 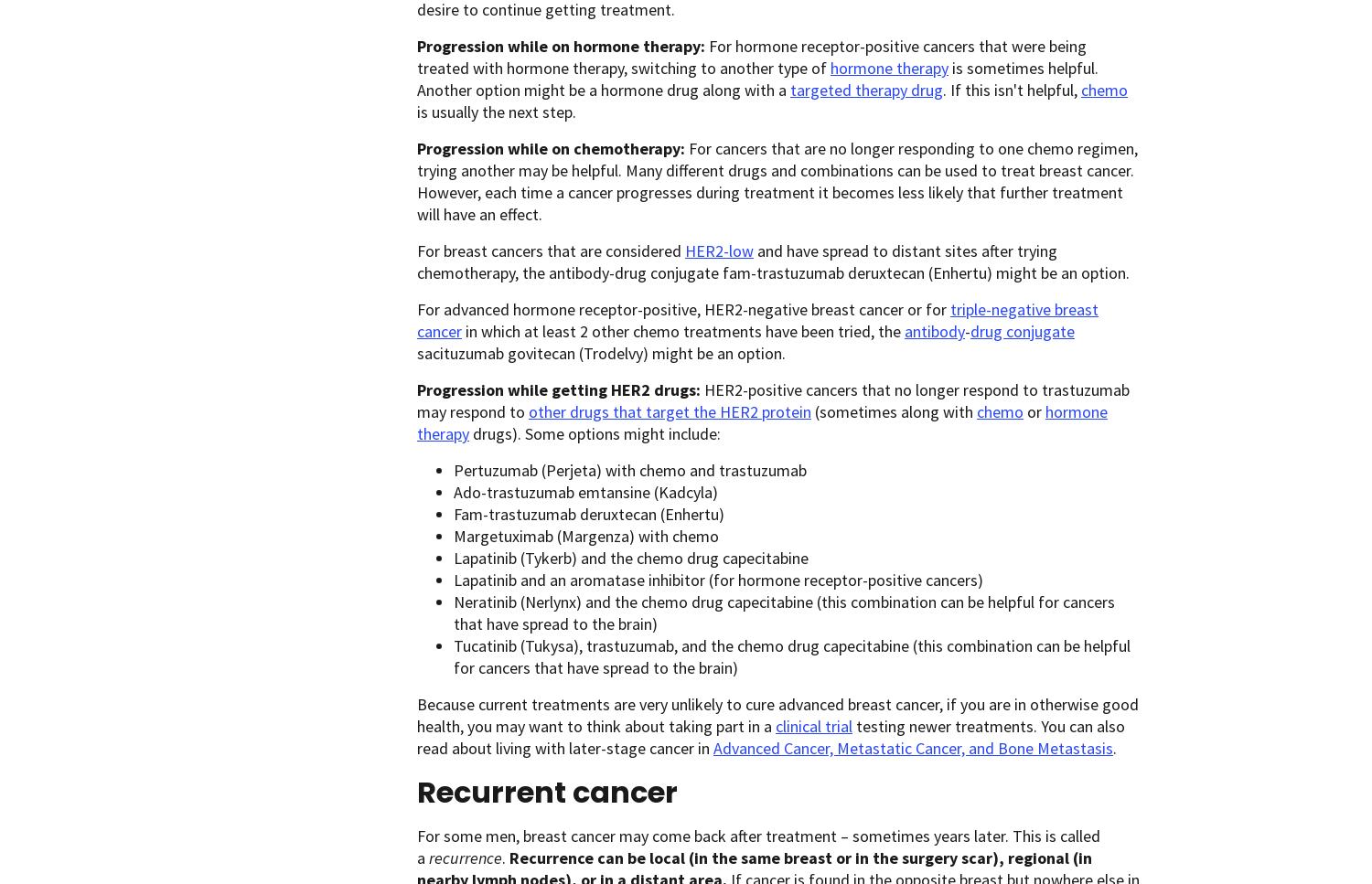 I want to click on 'Recurrent cancer', so click(x=546, y=791).